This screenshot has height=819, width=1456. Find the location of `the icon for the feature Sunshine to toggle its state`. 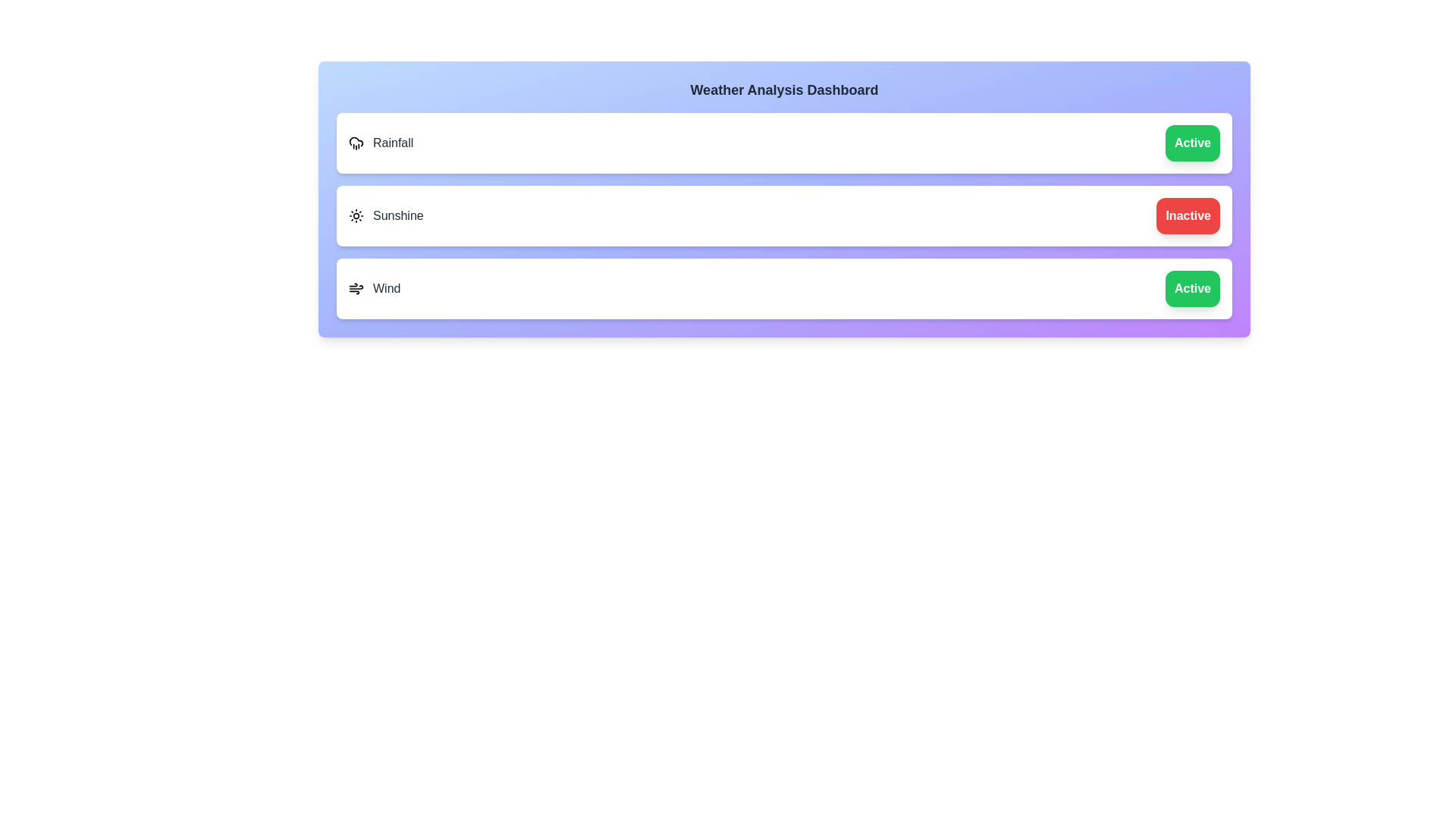

the icon for the feature Sunshine to toggle its state is located at coordinates (356, 216).